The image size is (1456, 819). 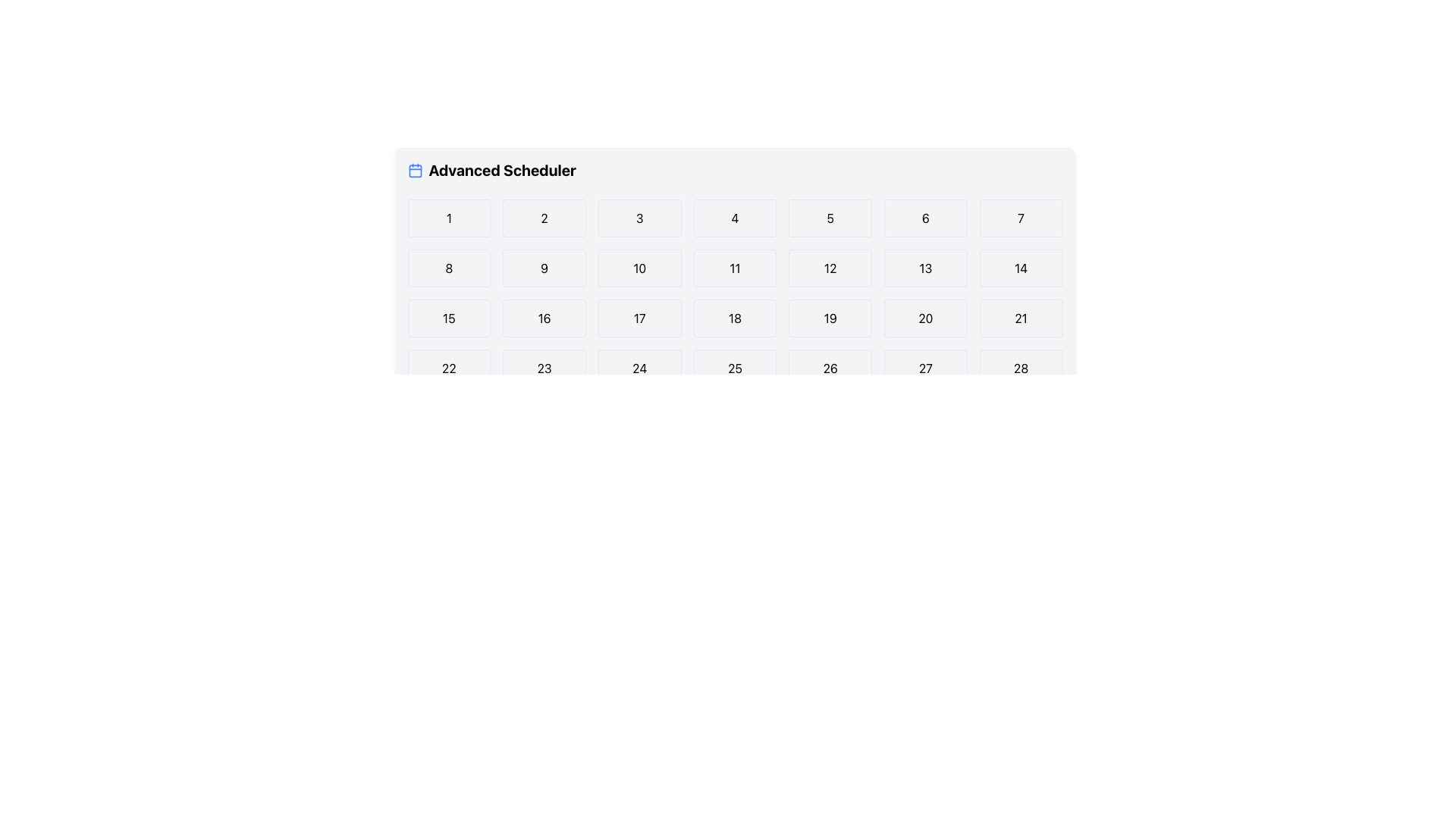 What do you see at coordinates (830, 268) in the screenshot?
I see `the rectangular button with a light background and the digit '12' centered within it` at bounding box center [830, 268].